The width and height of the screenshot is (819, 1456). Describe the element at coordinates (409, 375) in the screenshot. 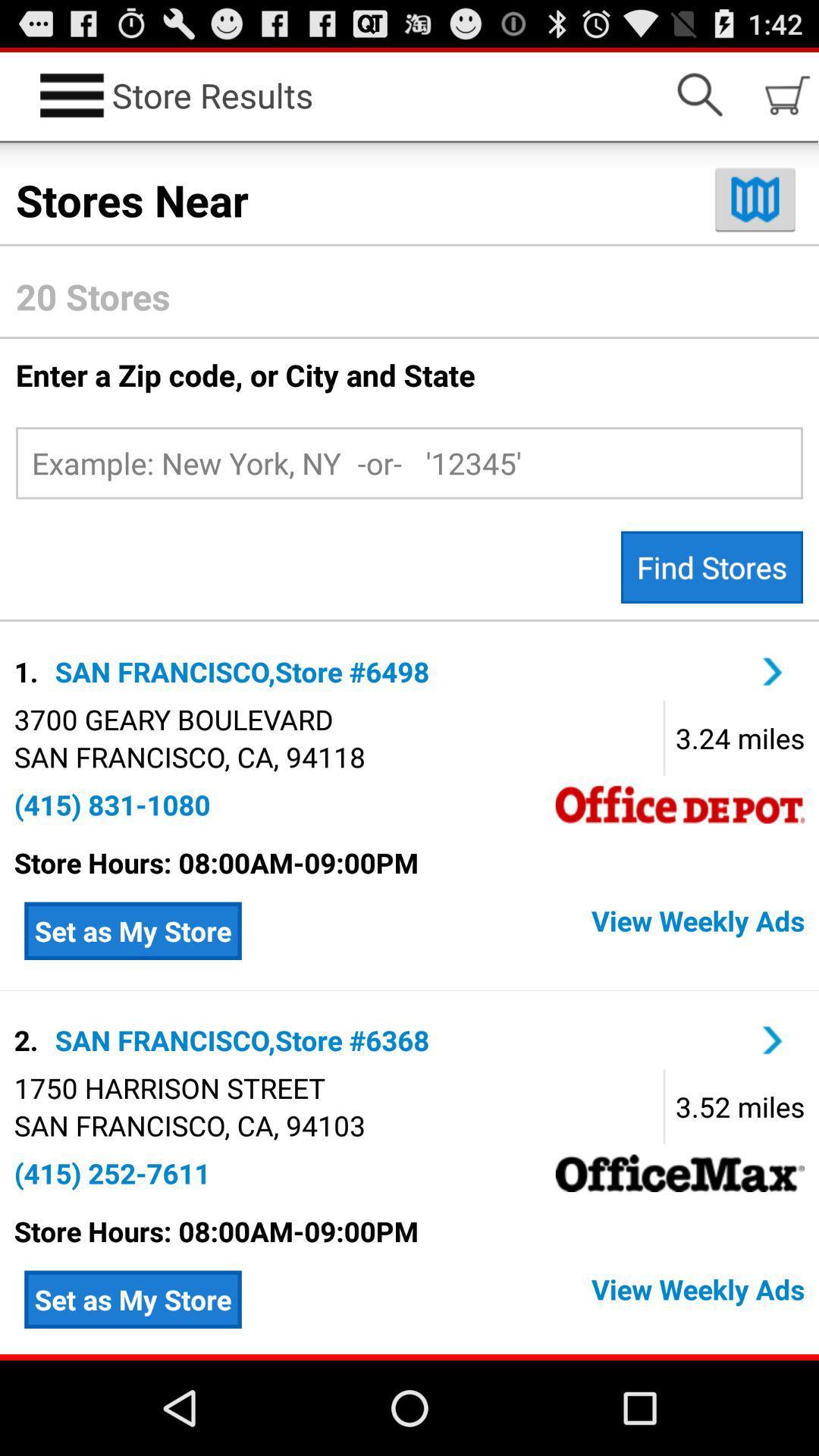

I see `the enter a zip app` at that location.